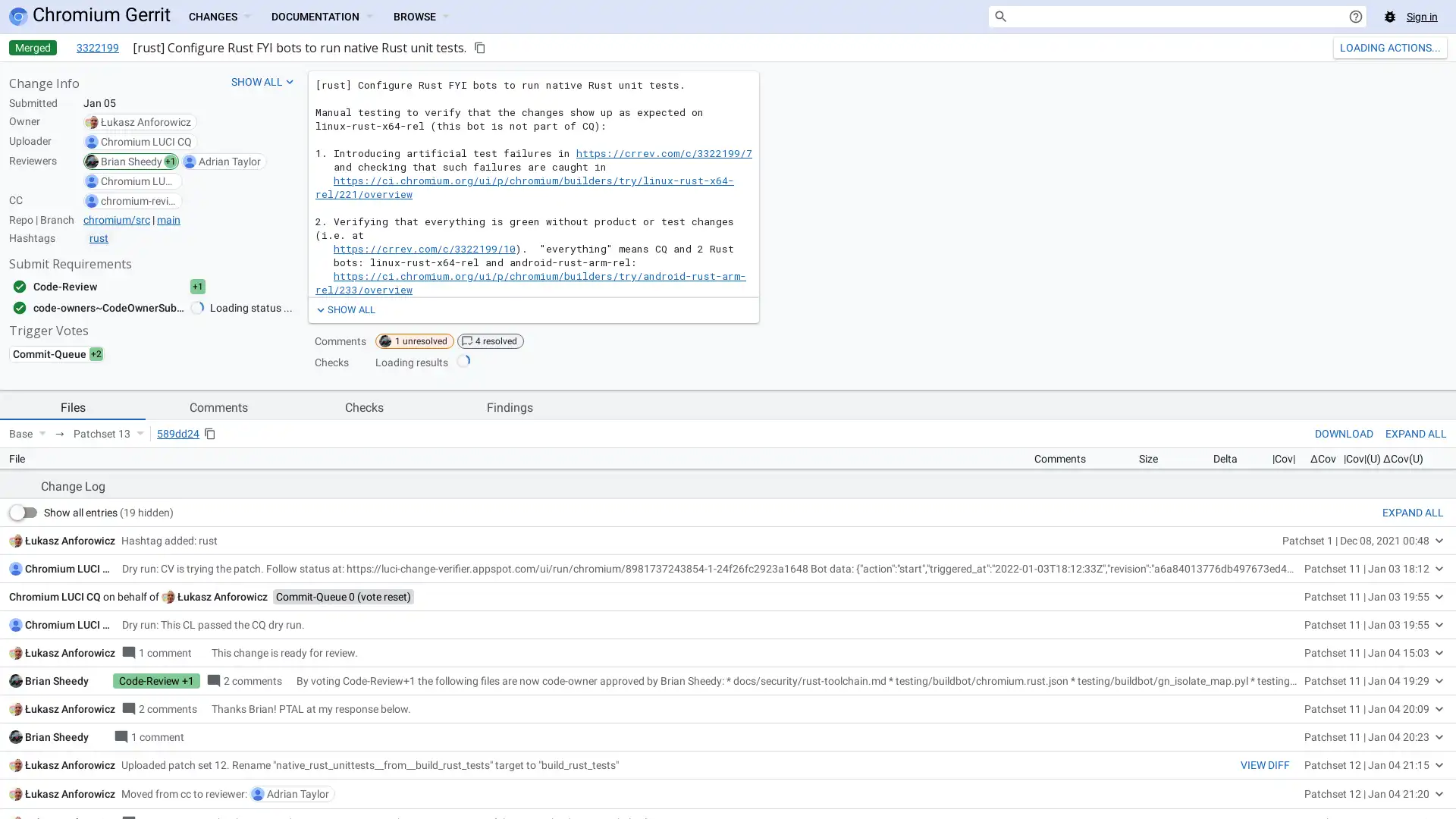  Describe the element at coordinates (221, 805) in the screenshot. I see `ukasz Anforowicz` at that location.